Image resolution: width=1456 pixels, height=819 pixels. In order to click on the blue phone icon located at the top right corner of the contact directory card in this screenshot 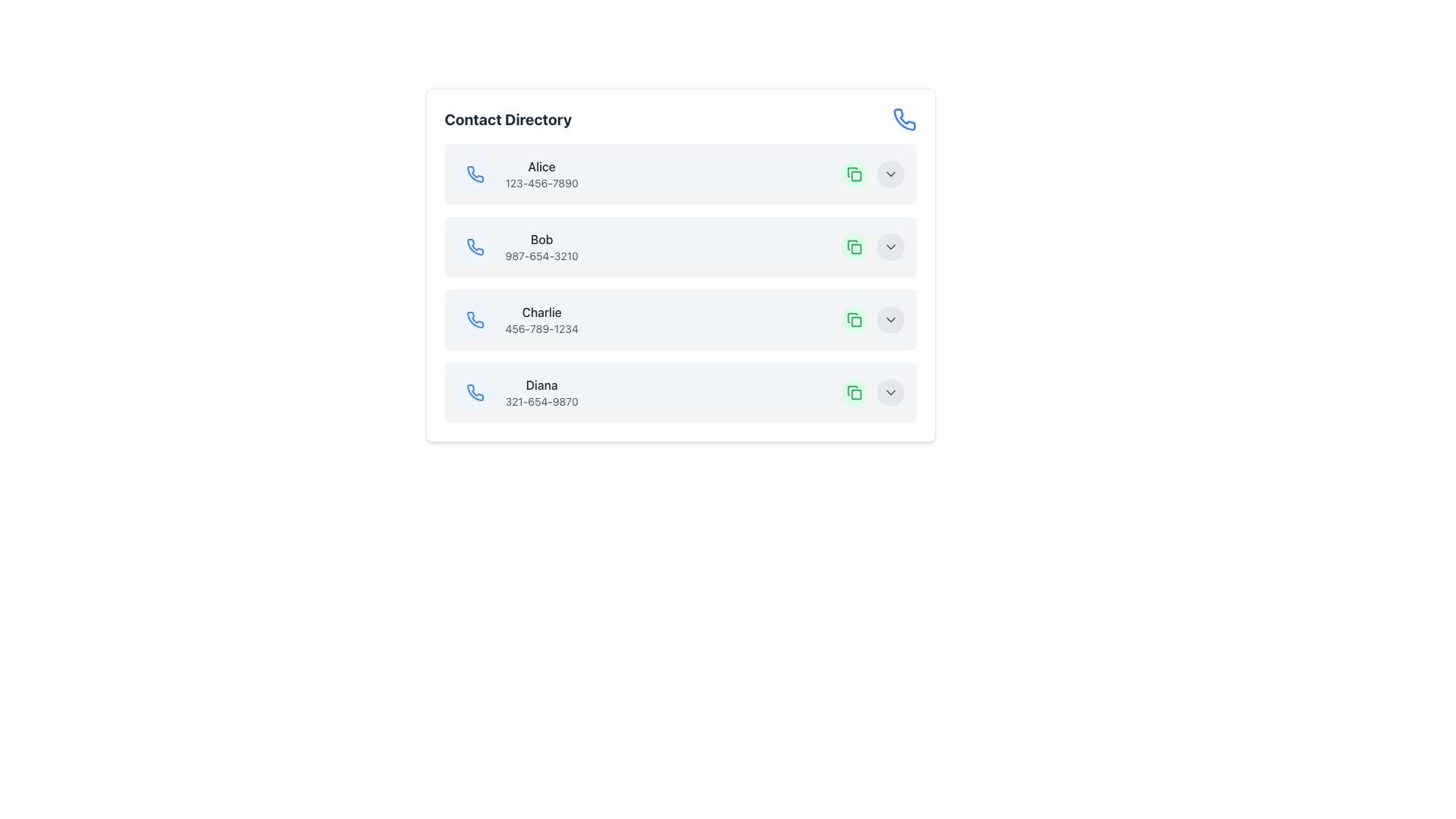, I will do `click(903, 118)`.